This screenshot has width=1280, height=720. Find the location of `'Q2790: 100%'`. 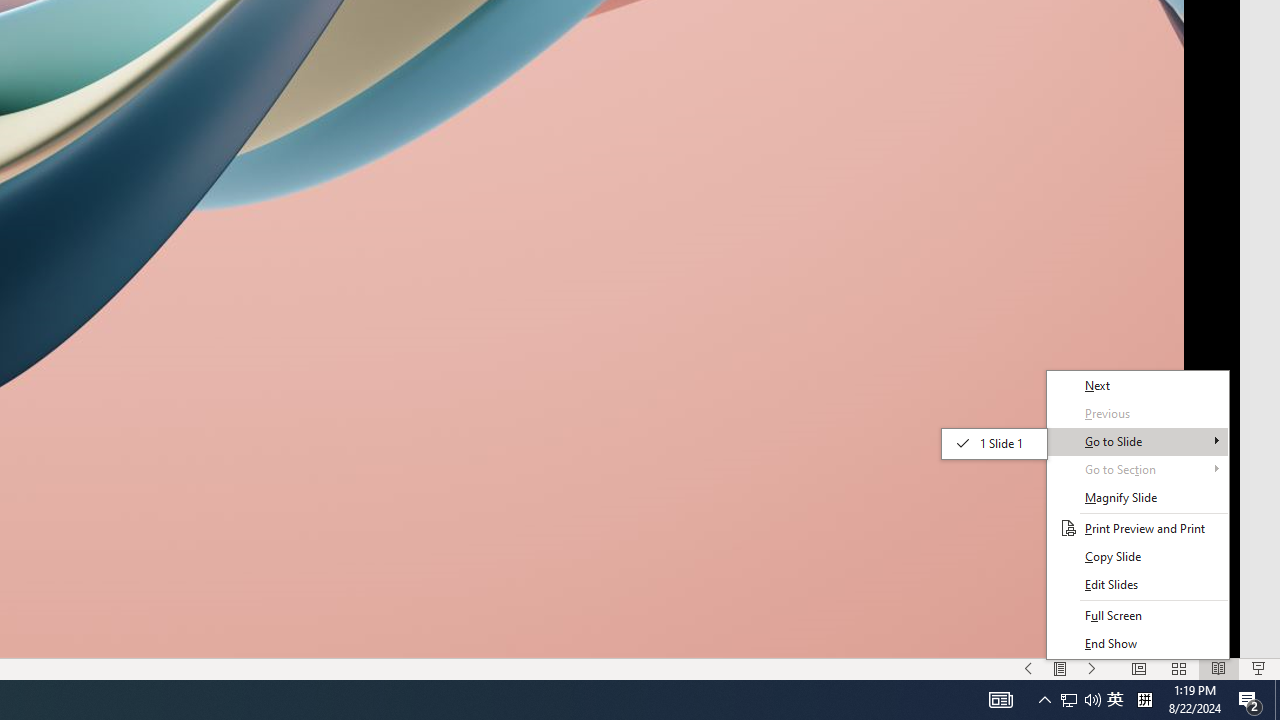

'Q2790: 100%' is located at coordinates (1079, 698).